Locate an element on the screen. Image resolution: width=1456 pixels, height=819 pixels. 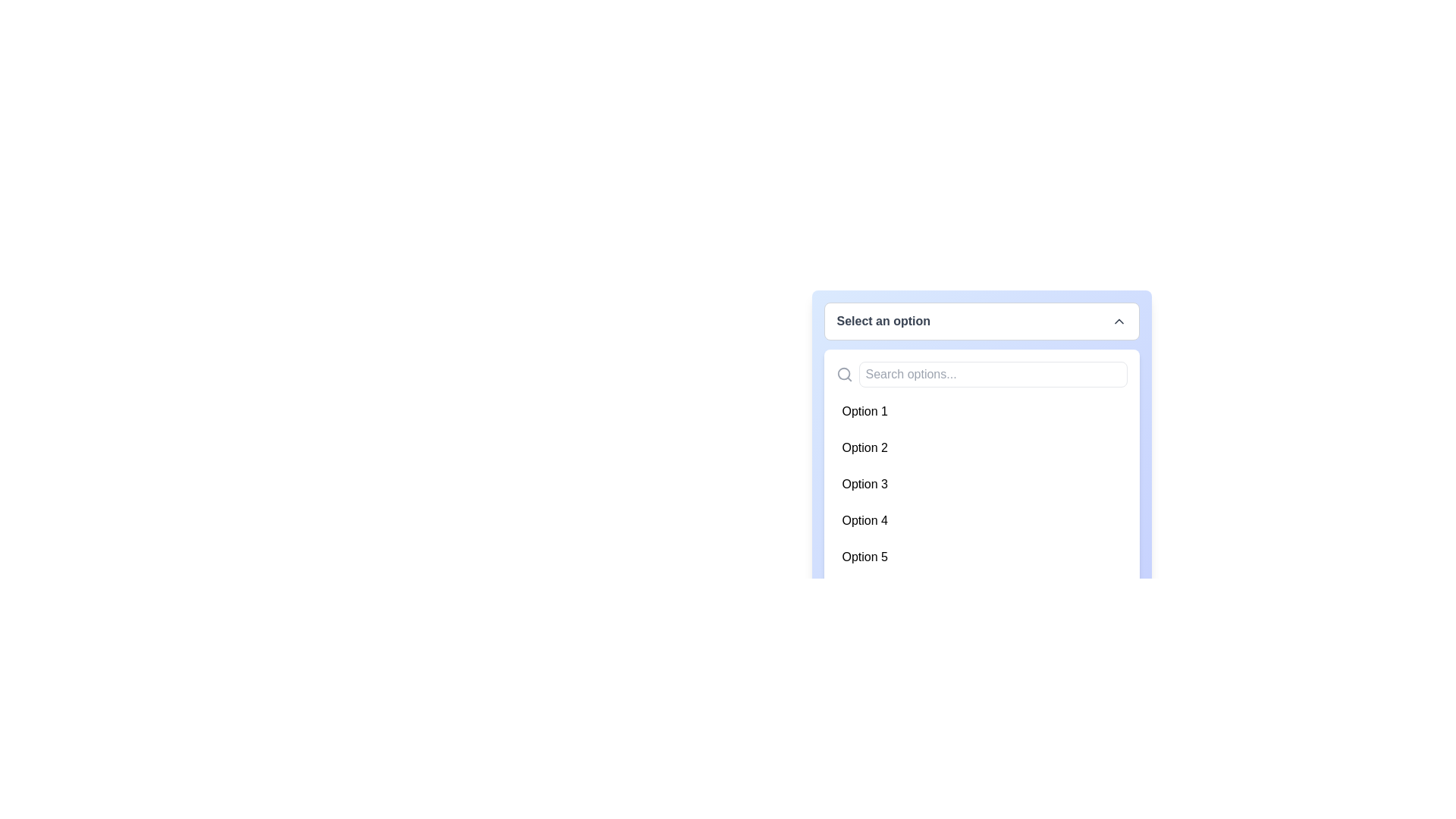
the selectable dropdown item with the text 'Option 2' is located at coordinates (864, 447).